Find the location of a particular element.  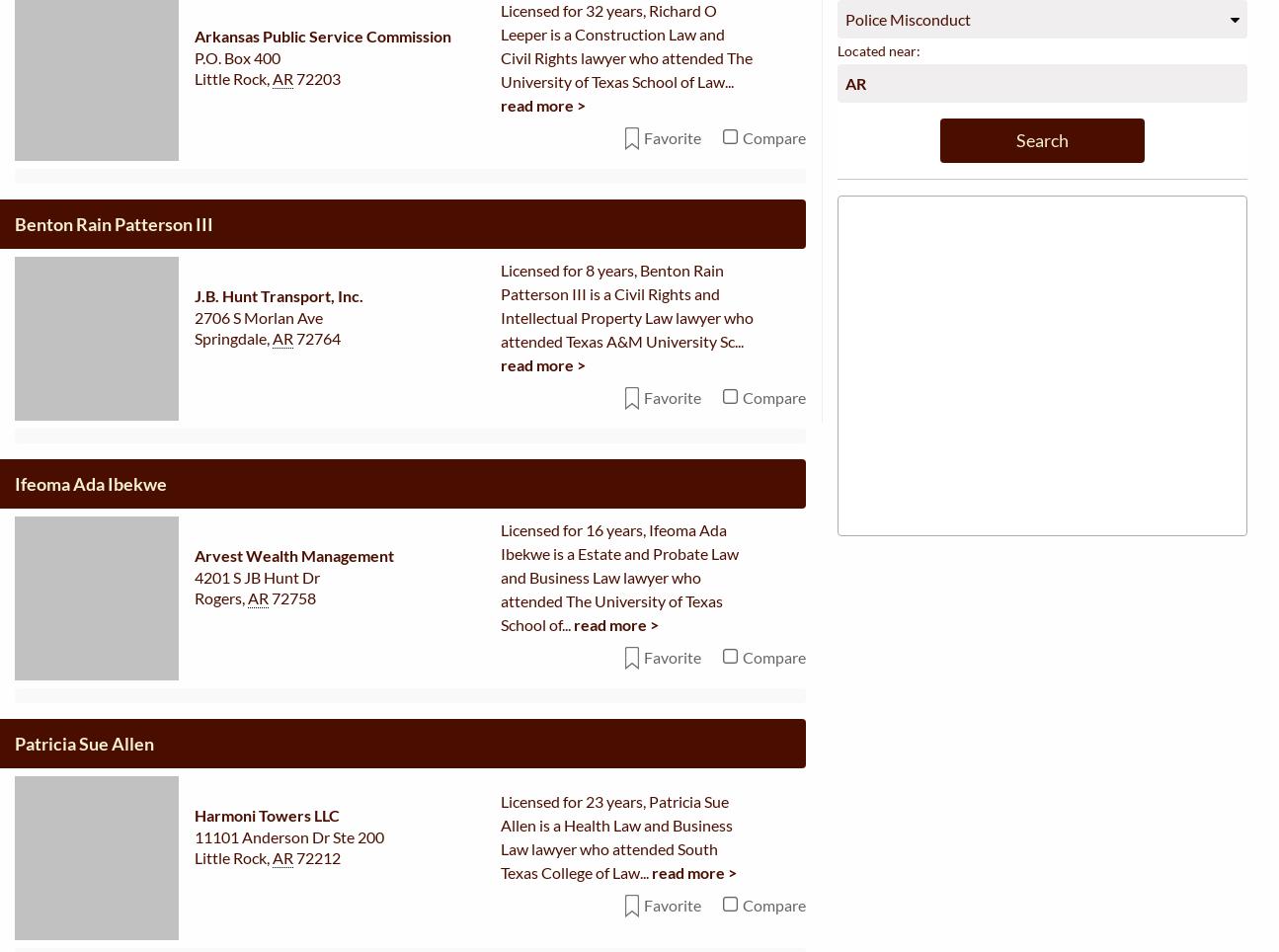

'Criminal Defense Associations' is located at coordinates (891, 787).